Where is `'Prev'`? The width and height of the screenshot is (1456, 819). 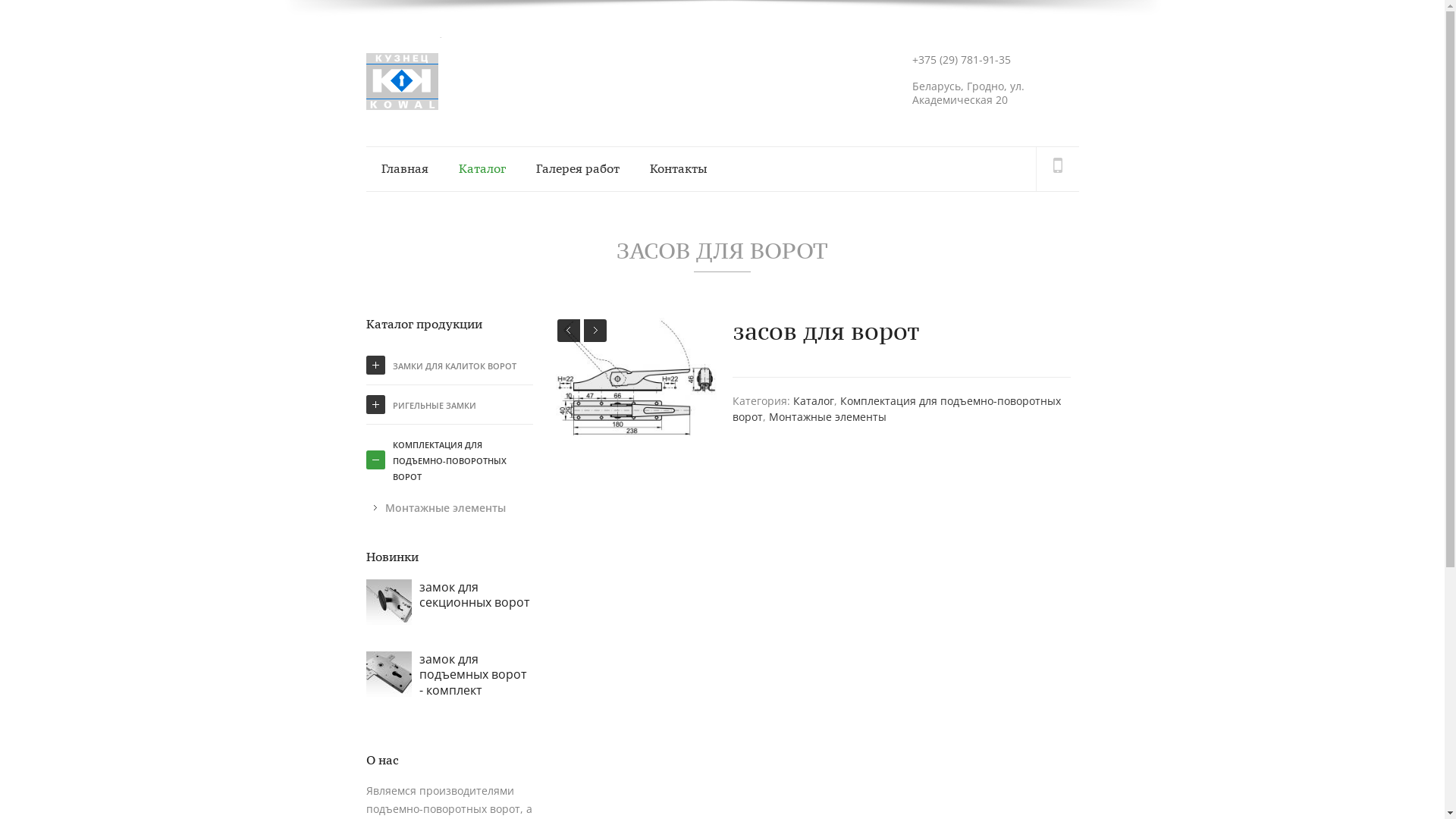 'Prev' is located at coordinates (567, 329).